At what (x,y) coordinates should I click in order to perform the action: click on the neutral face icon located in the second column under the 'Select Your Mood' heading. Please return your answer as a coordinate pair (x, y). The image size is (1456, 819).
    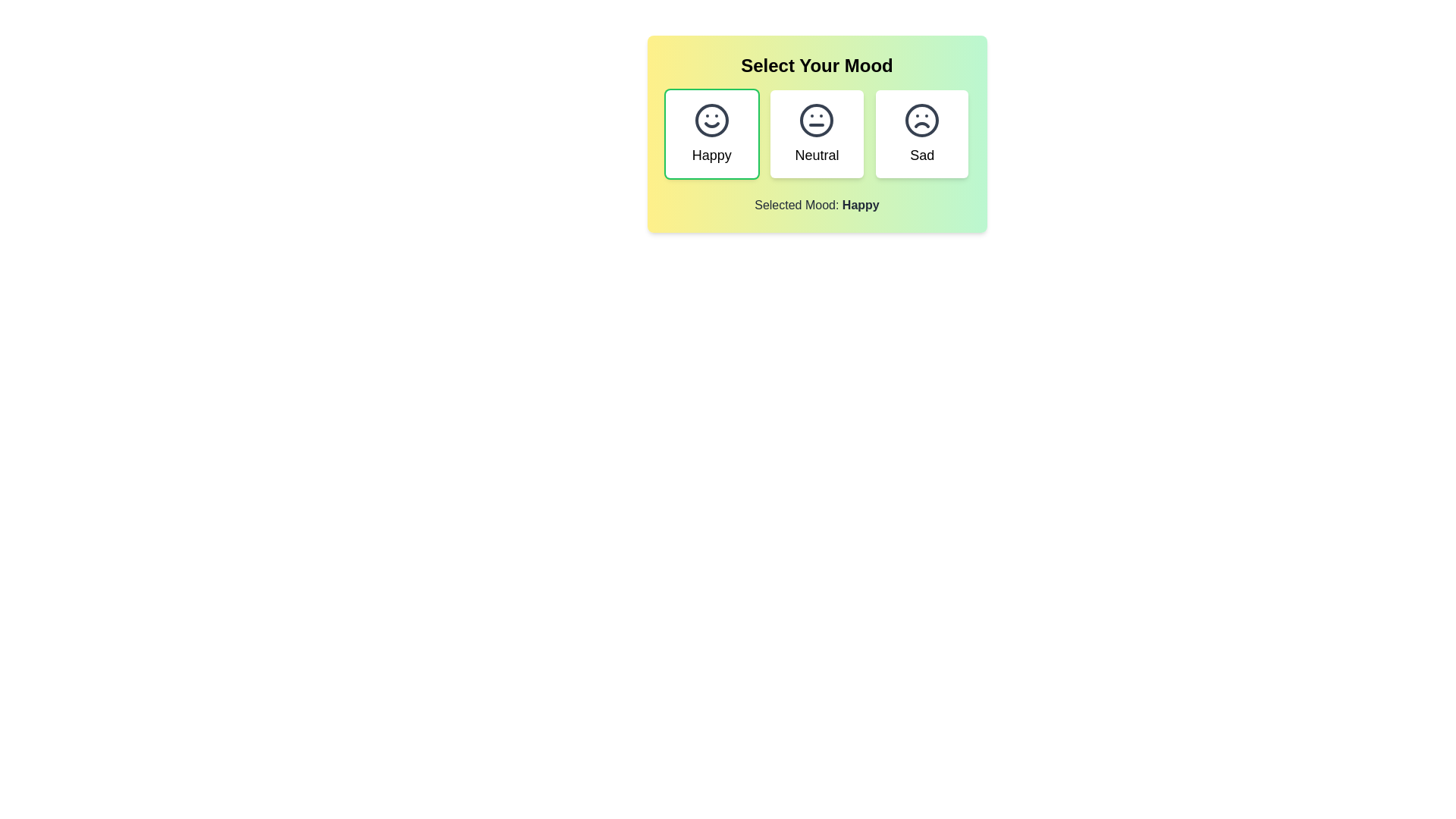
    Looking at the image, I should click on (816, 119).